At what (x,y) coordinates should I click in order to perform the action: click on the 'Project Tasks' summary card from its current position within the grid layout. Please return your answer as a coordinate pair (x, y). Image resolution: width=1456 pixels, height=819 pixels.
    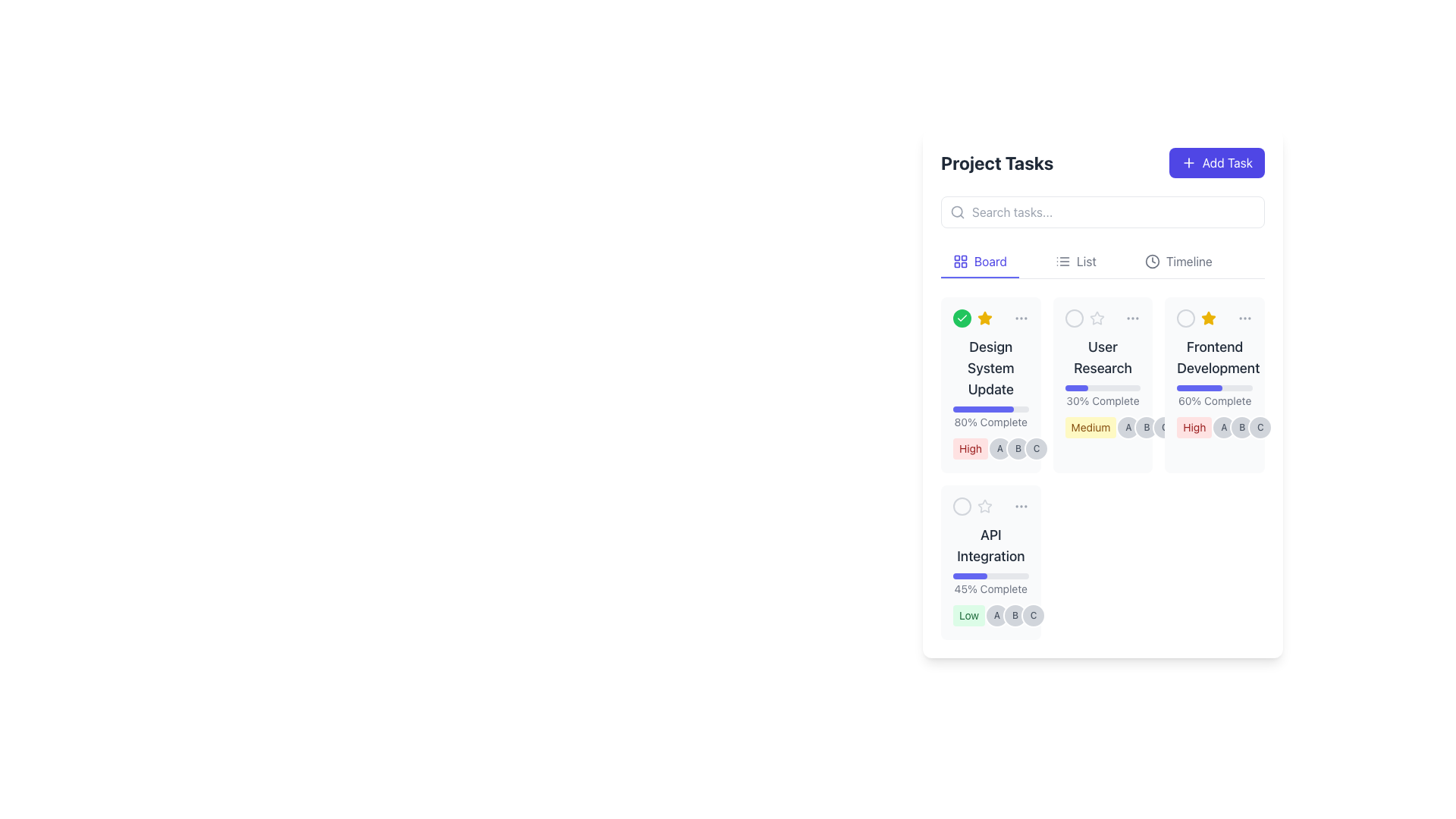
    Looking at the image, I should click on (990, 384).